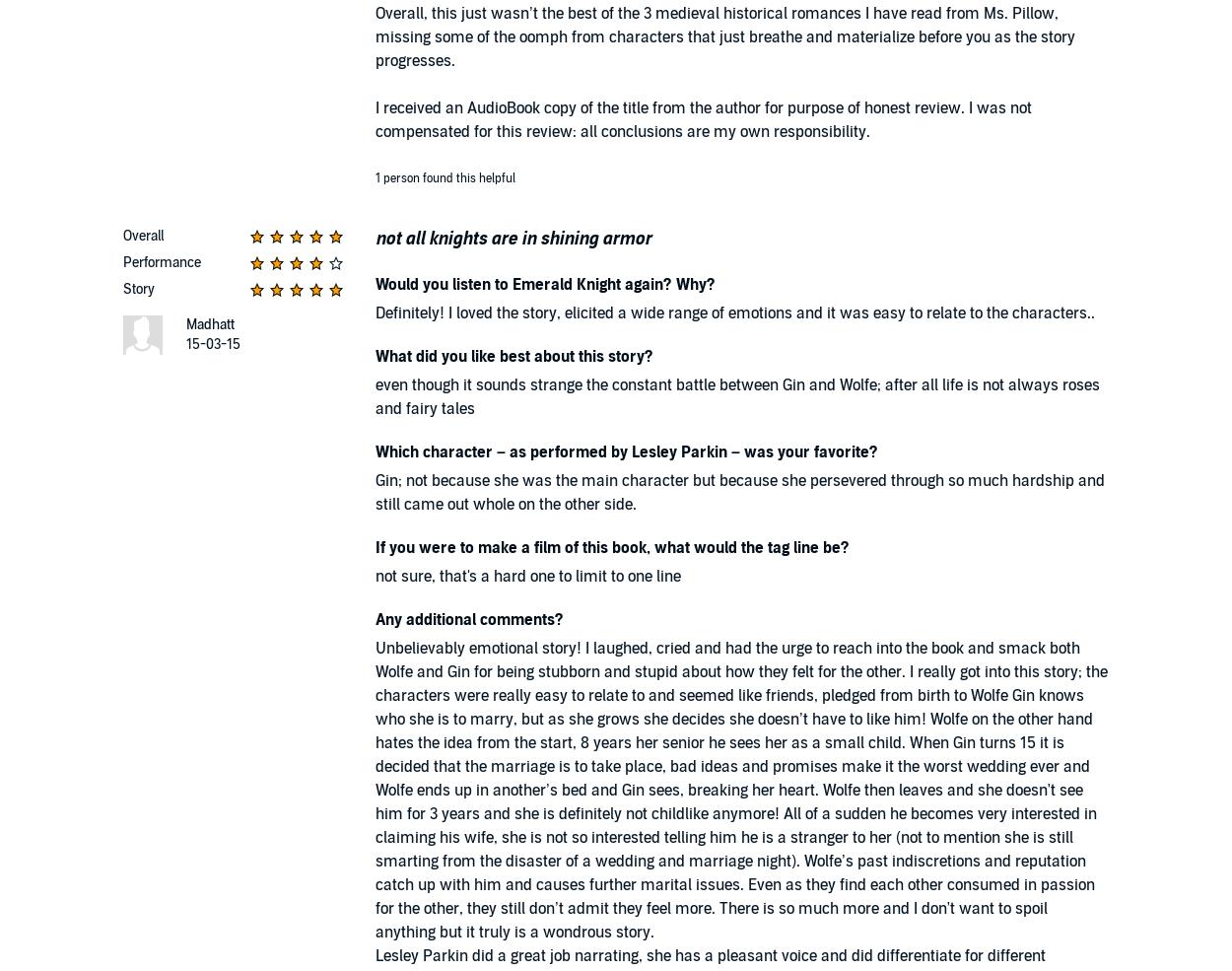  I want to click on 'Story', so click(139, 288).